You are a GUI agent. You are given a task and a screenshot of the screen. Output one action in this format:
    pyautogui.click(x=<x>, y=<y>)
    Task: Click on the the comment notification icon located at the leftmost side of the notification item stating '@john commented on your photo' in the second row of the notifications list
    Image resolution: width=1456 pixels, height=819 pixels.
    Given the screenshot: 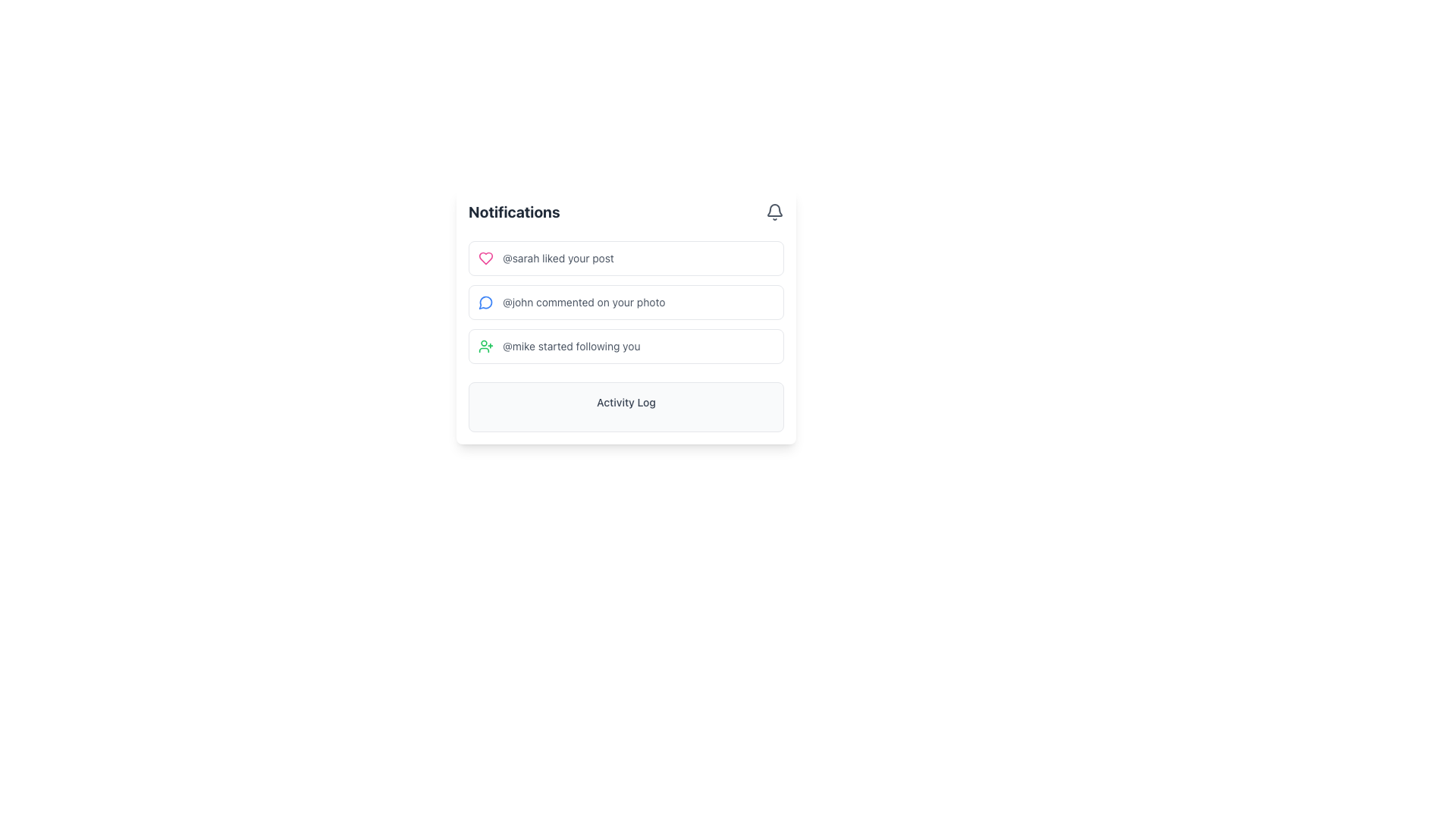 What is the action you would take?
    pyautogui.click(x=486, y=302)
    